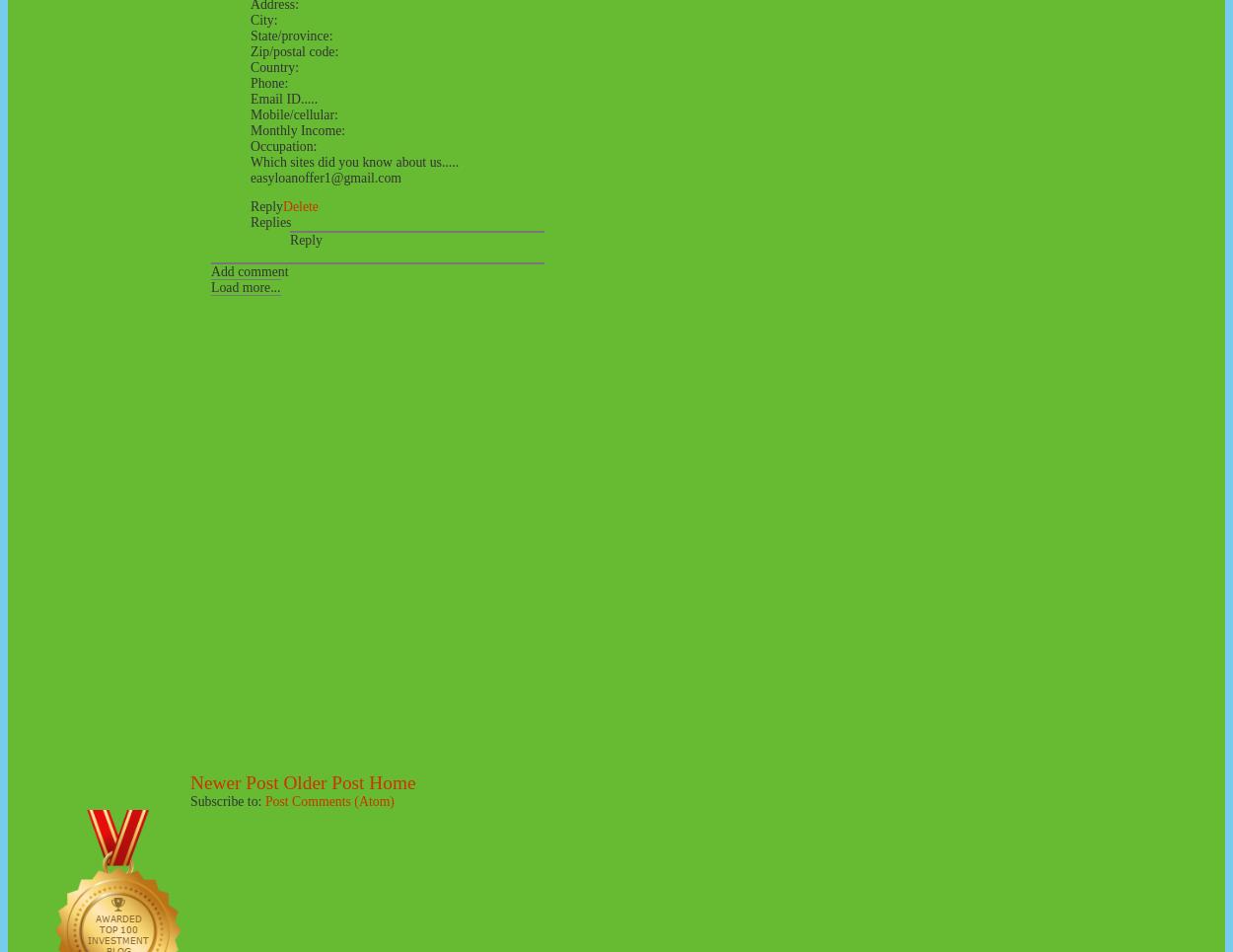 The image size is (1233, 952). I want to click on 'Monthly Income:', so click(298, 129).